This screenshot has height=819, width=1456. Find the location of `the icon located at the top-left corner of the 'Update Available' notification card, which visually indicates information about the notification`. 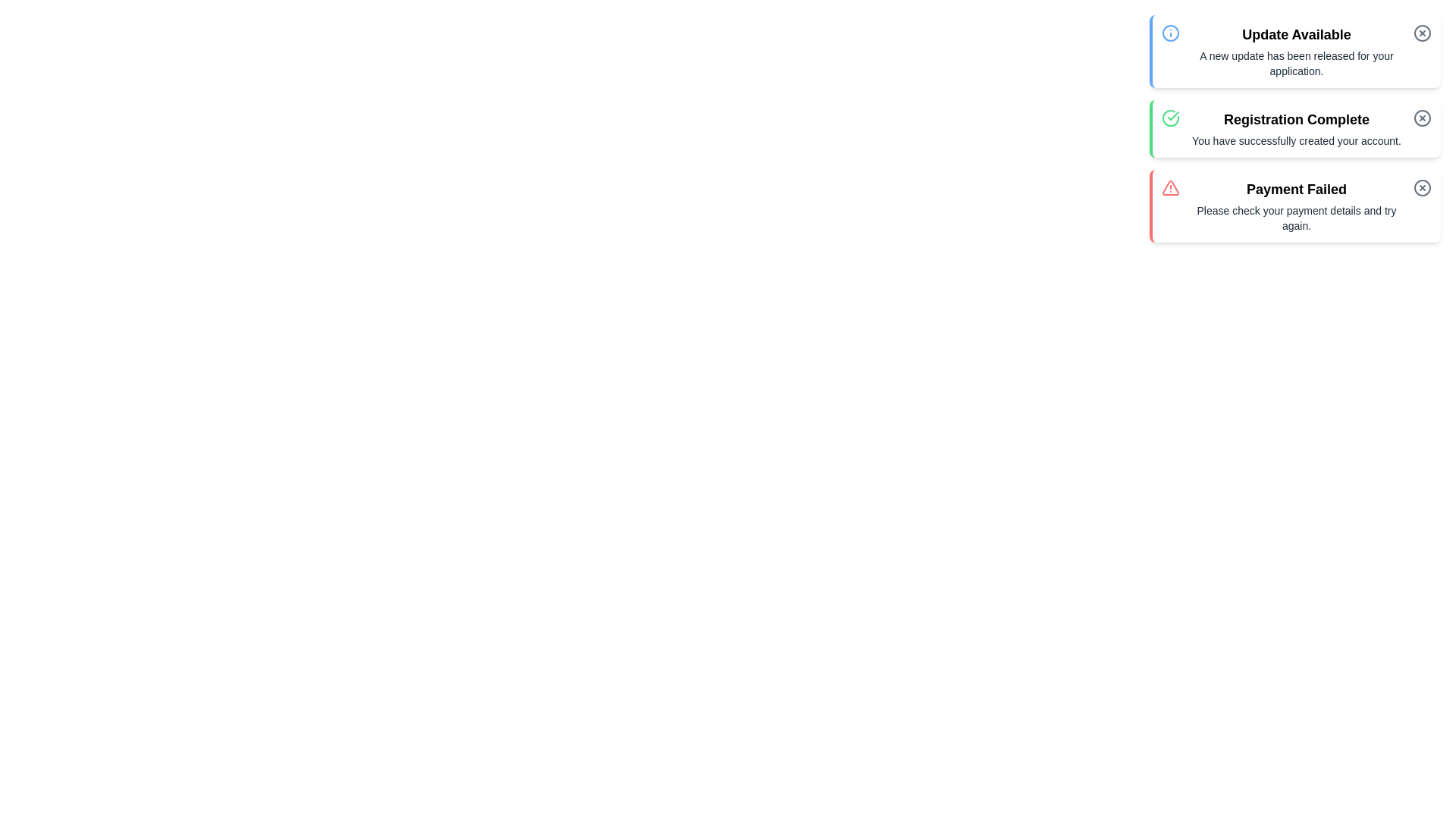

the icon located at the top-left corner of the 'Update Available' notification card, which visually indicates information about the notification is located at coordinates (1170, 33).